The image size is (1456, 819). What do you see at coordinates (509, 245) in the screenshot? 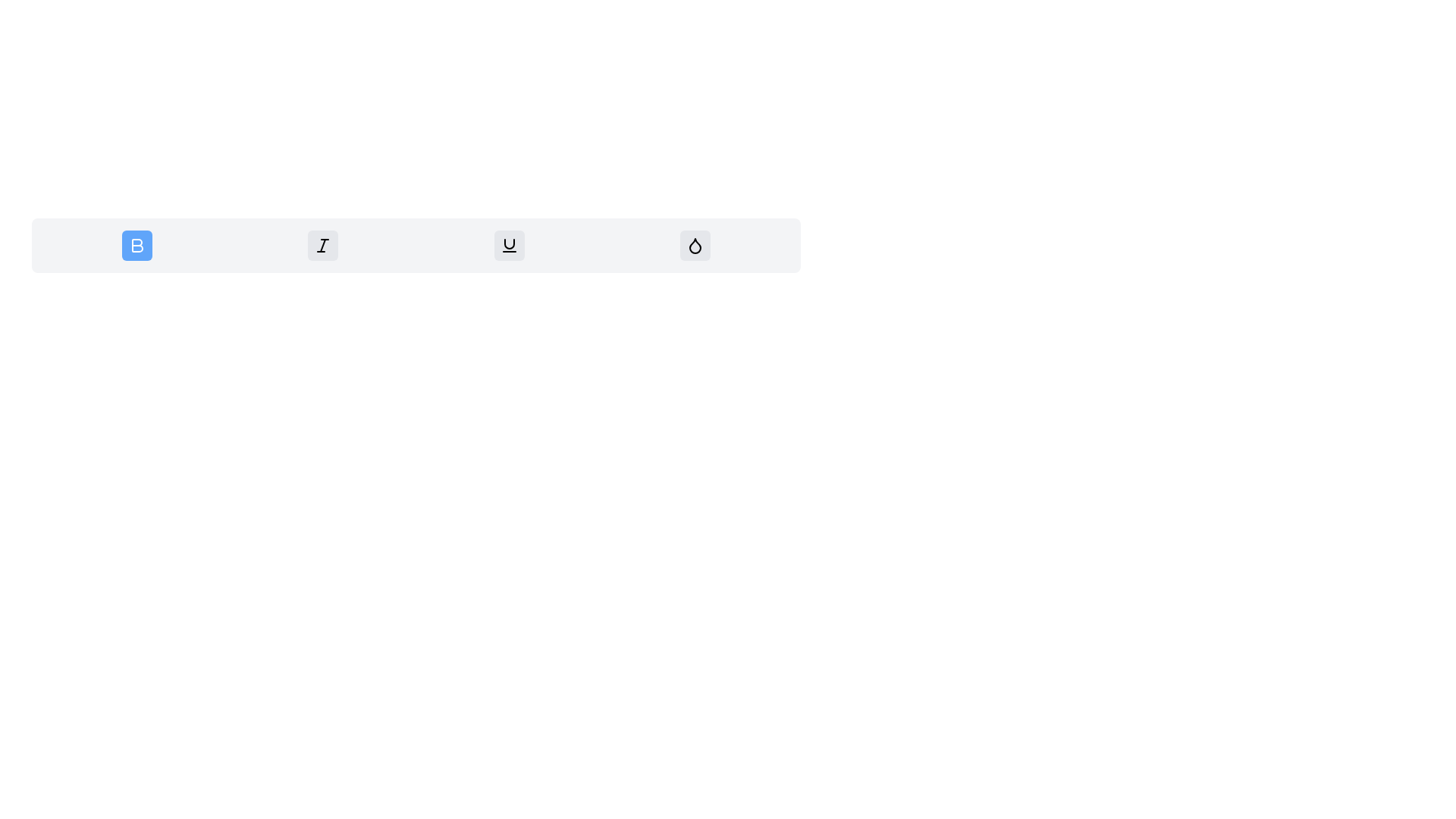
I see `the underlined letter icon button, which is the third icon in a row of icons` at bounding box center [509, 245].